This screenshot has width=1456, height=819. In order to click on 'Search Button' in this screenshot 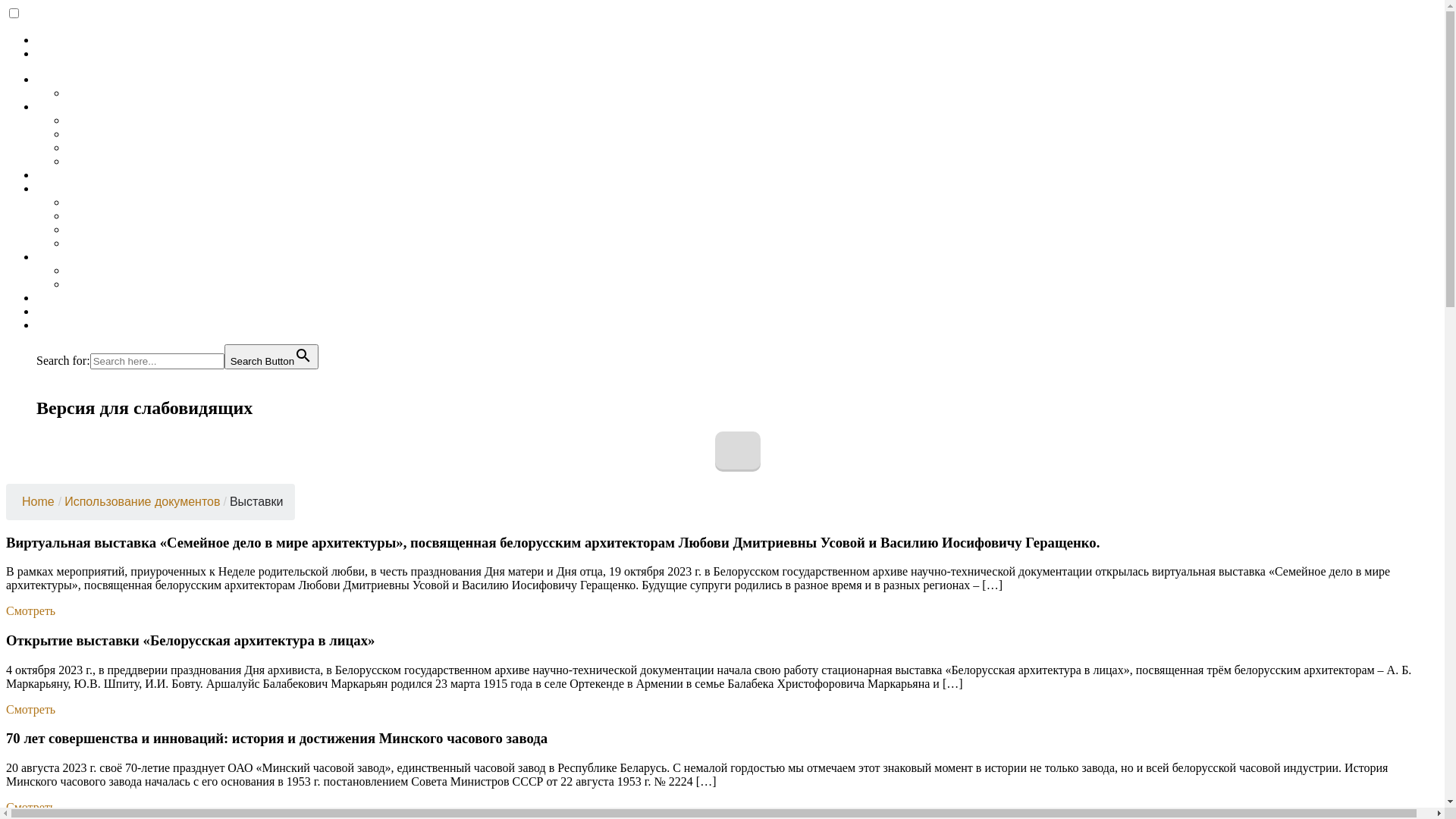, I will do `click(271, 356)`.